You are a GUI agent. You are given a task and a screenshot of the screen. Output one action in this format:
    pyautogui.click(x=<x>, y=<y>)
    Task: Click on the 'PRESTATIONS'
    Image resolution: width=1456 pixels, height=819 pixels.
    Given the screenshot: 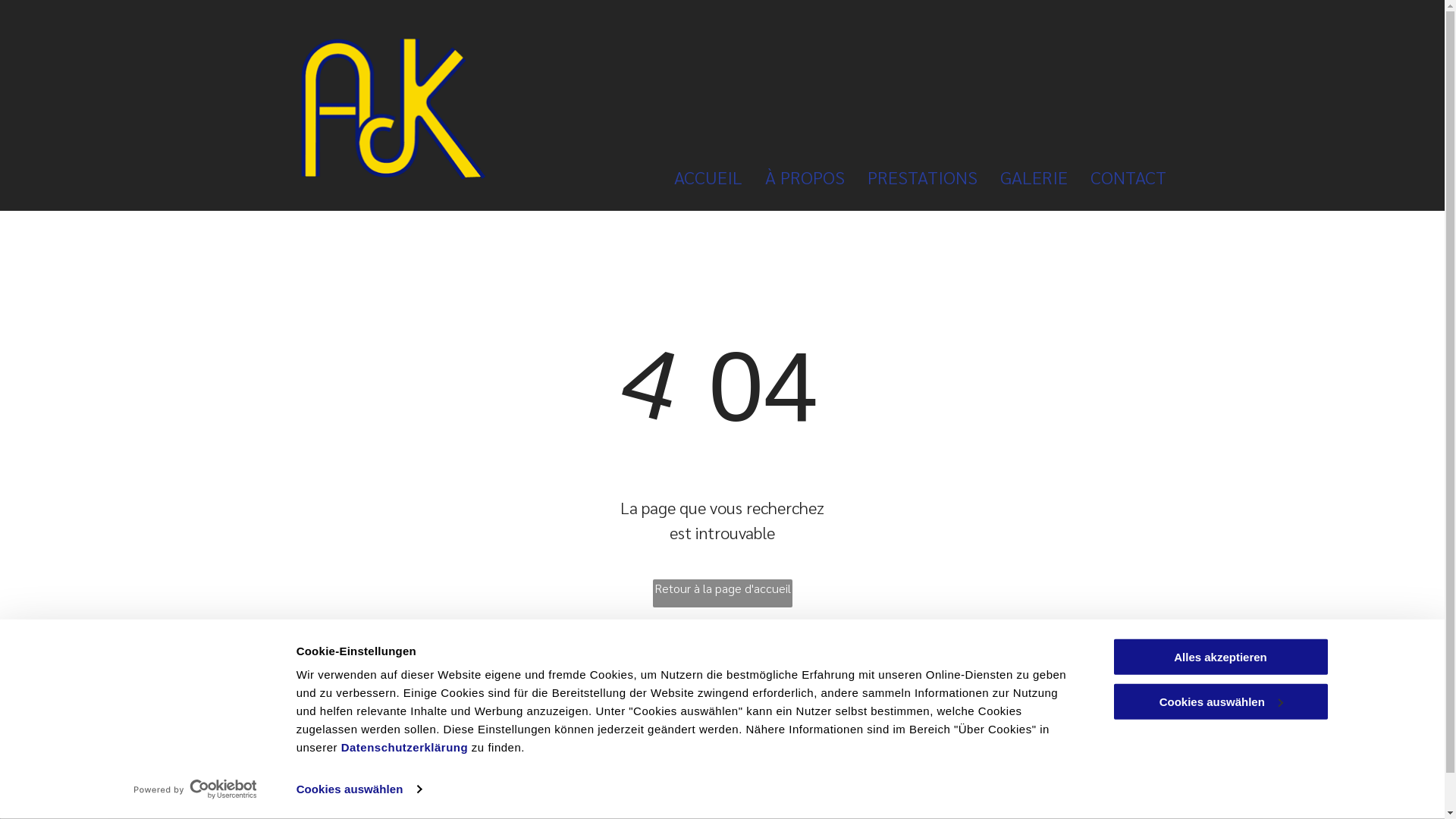 What is the action you would take?
    pyautogui.click(x=910, y=175)
    